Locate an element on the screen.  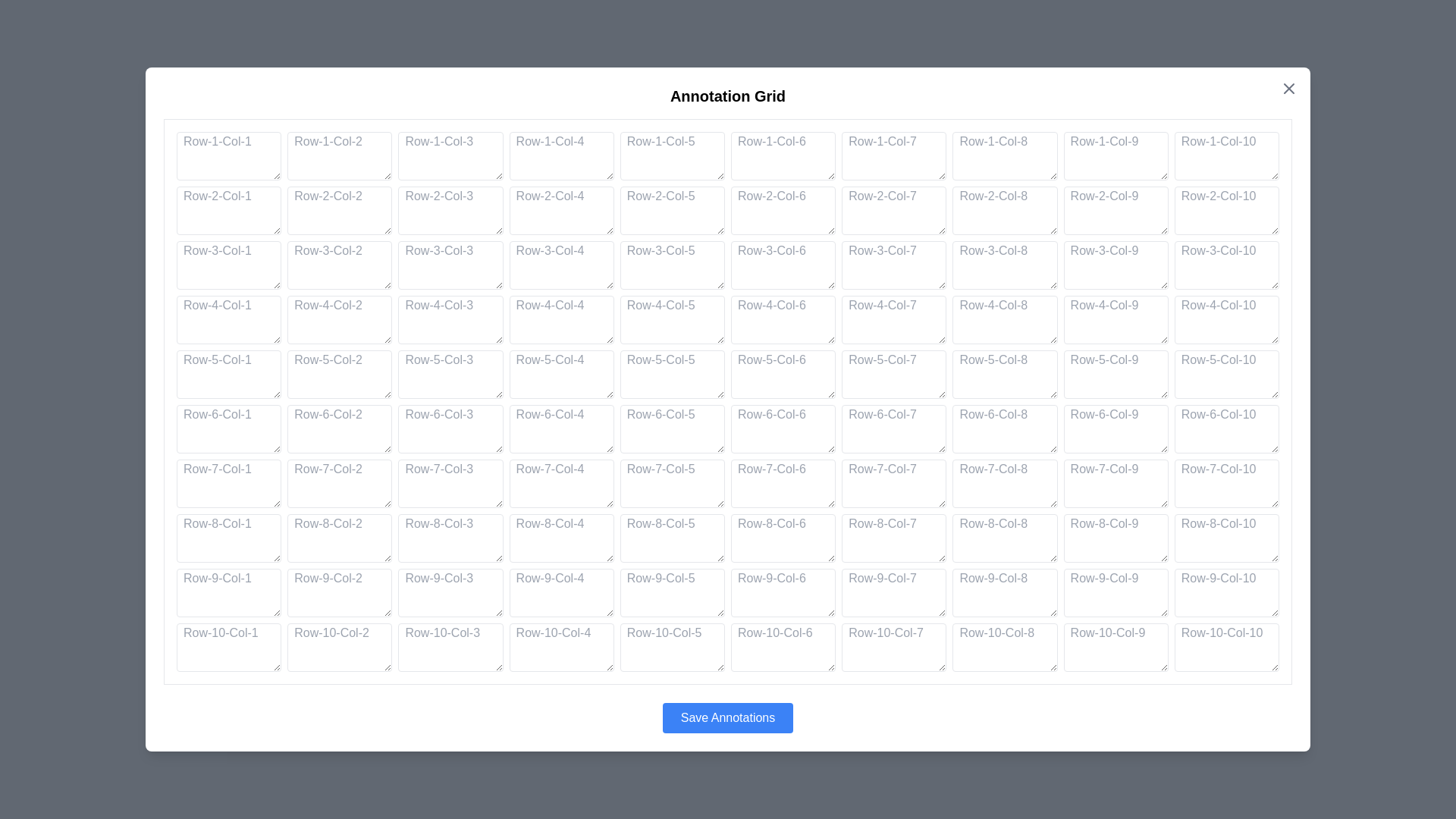
the close button located at the top-right corner of the modal is located at coordinates (1288, 88).